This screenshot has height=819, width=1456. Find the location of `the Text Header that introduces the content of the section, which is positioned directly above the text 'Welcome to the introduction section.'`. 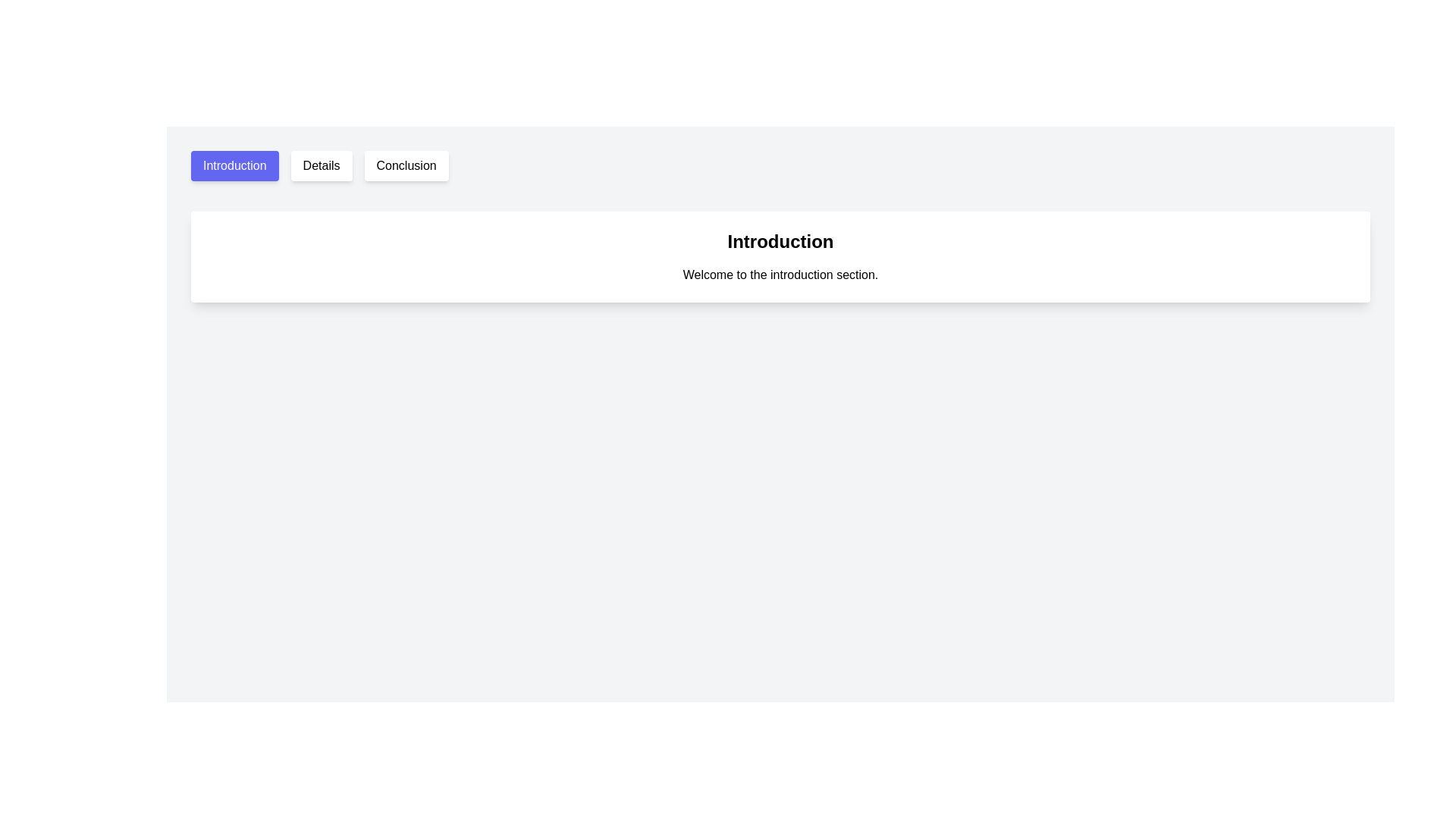

the Text Header that introduces the content of the section, which is positioned directly above the text 'Welcome to the introduction section.' is located at coordinates (780, 241).